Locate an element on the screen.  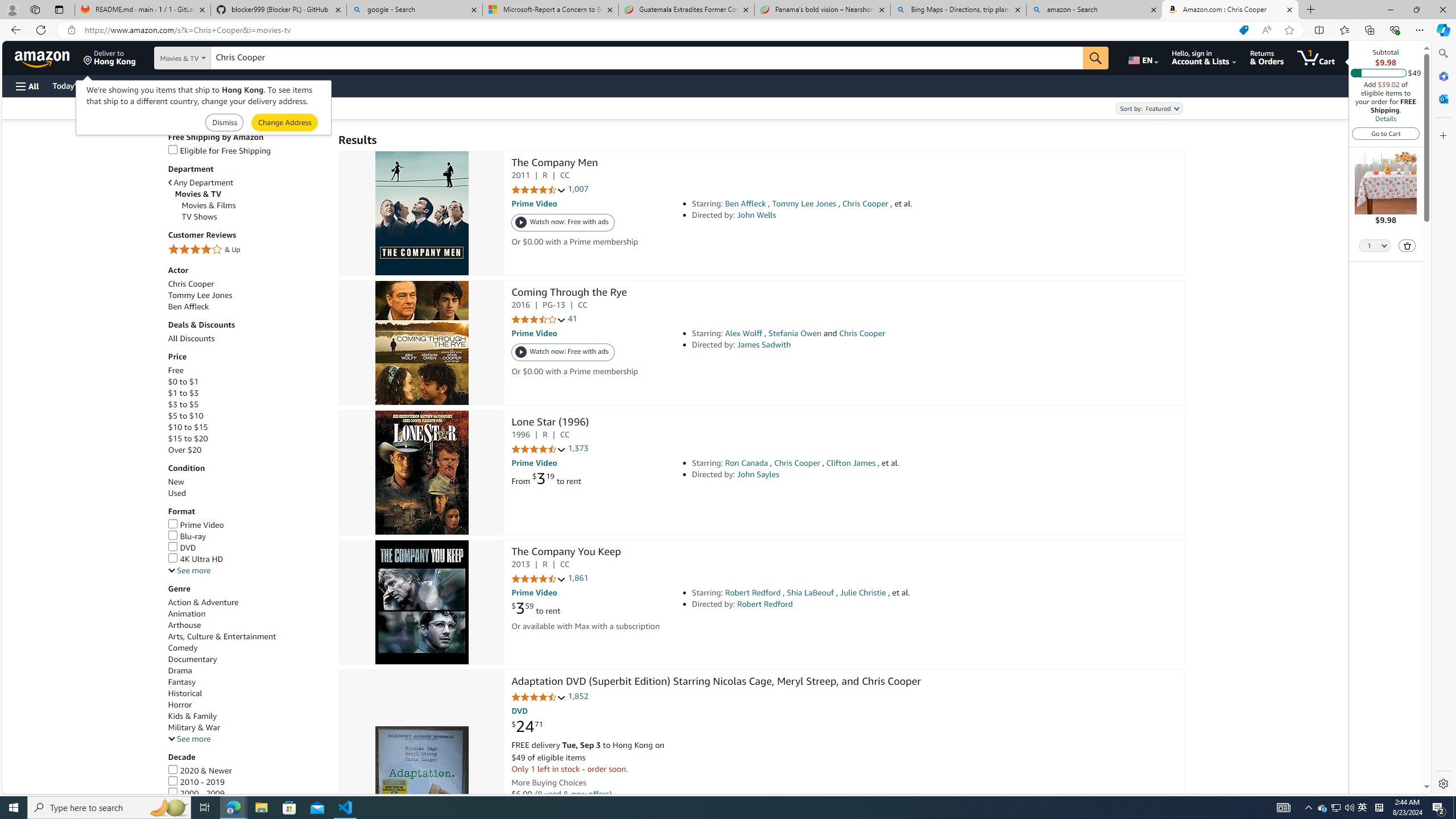
'3.3 out of 5 stars' is located at coordinates (538, 320).